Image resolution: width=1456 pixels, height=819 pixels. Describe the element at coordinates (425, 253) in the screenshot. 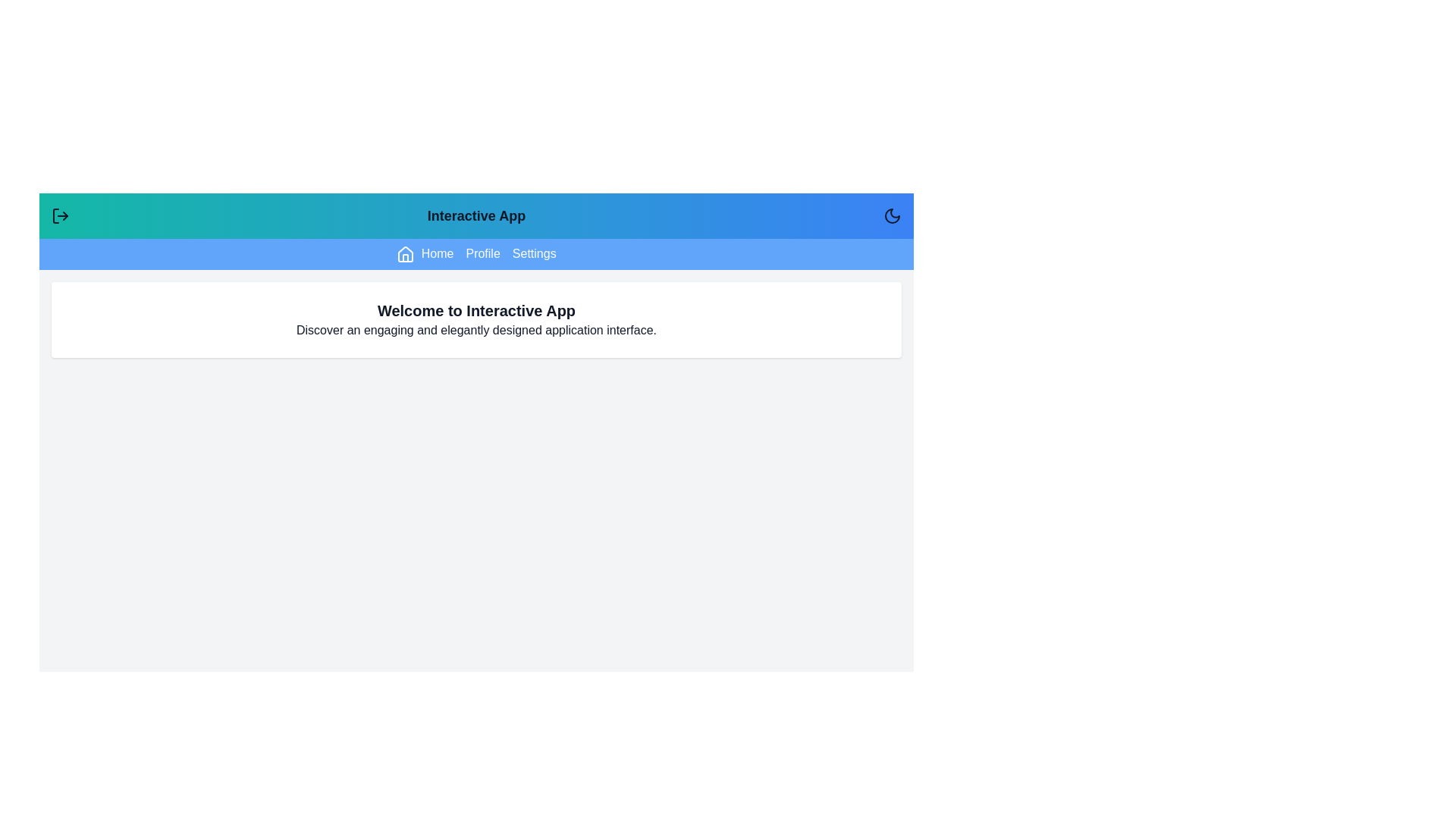

I see `the Home button in the navigation bar to navigate to the Home section` at that location.